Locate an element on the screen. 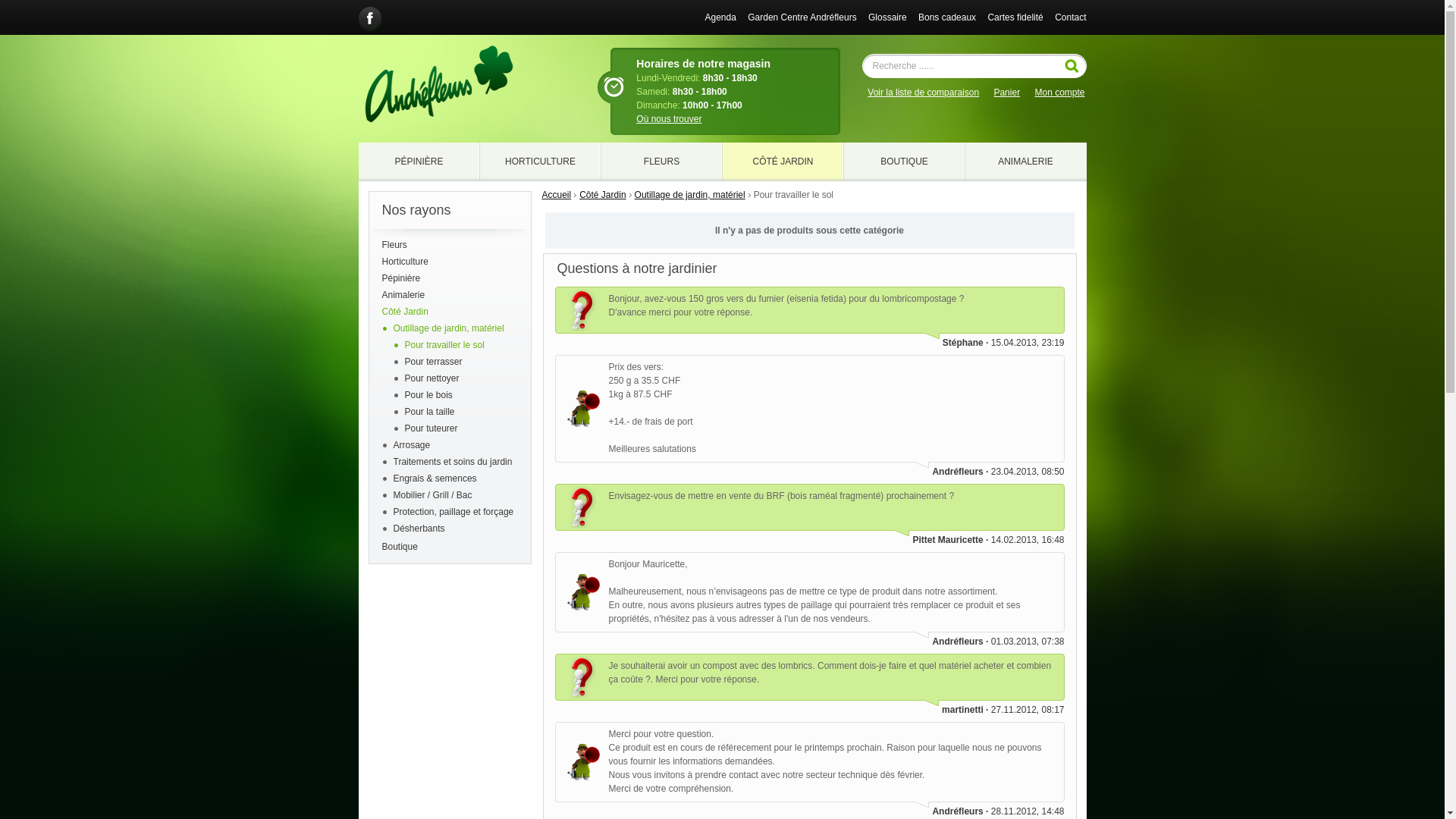 This screenshot has height=819, width=1456. 'BOUTIQUE' is located at coordinates (903, 161).